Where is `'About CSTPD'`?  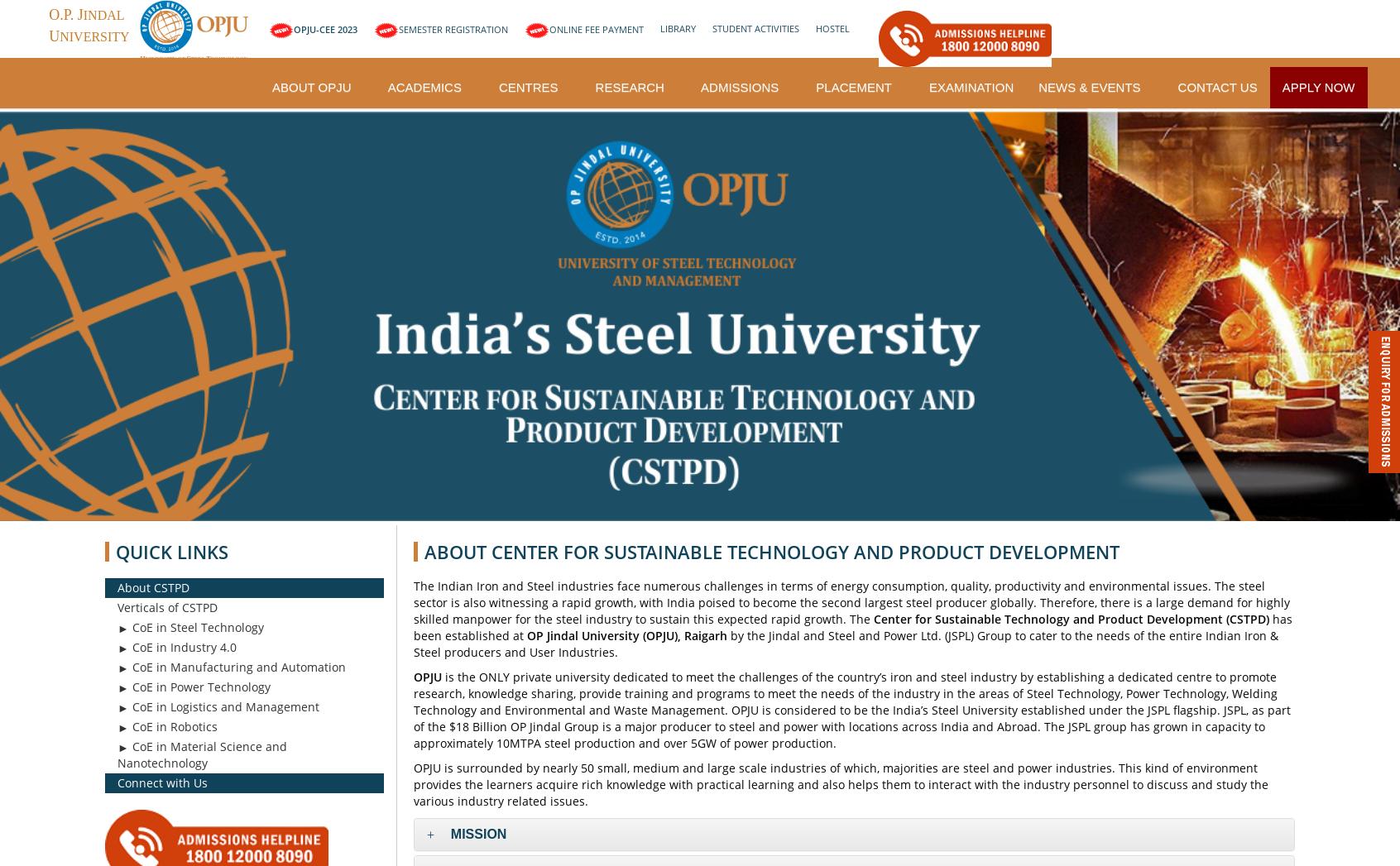
'About CSTPD' is located at coordinates (151, 586).